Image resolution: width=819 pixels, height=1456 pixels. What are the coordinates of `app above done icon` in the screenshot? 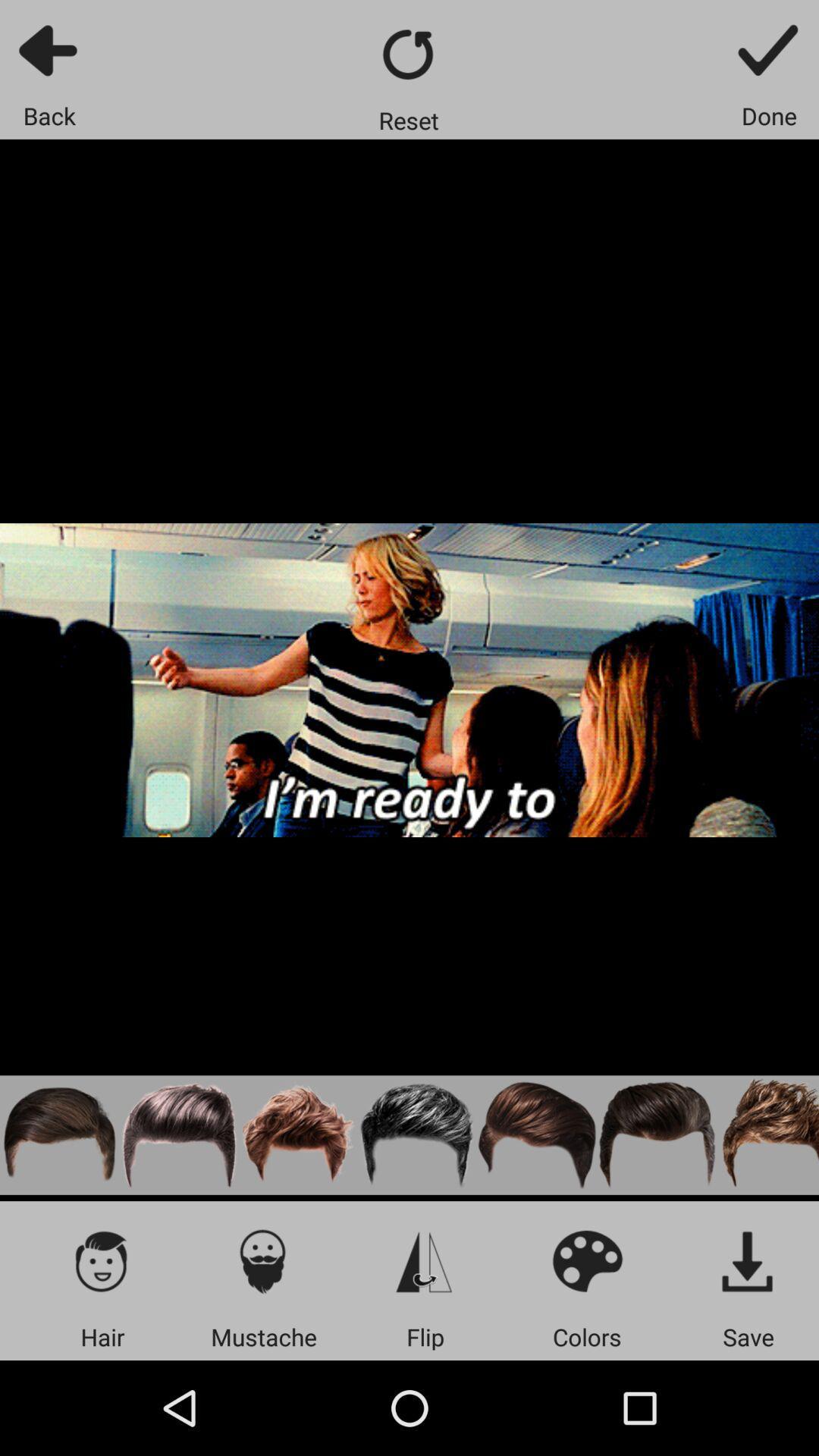 It's located at (769, 49).